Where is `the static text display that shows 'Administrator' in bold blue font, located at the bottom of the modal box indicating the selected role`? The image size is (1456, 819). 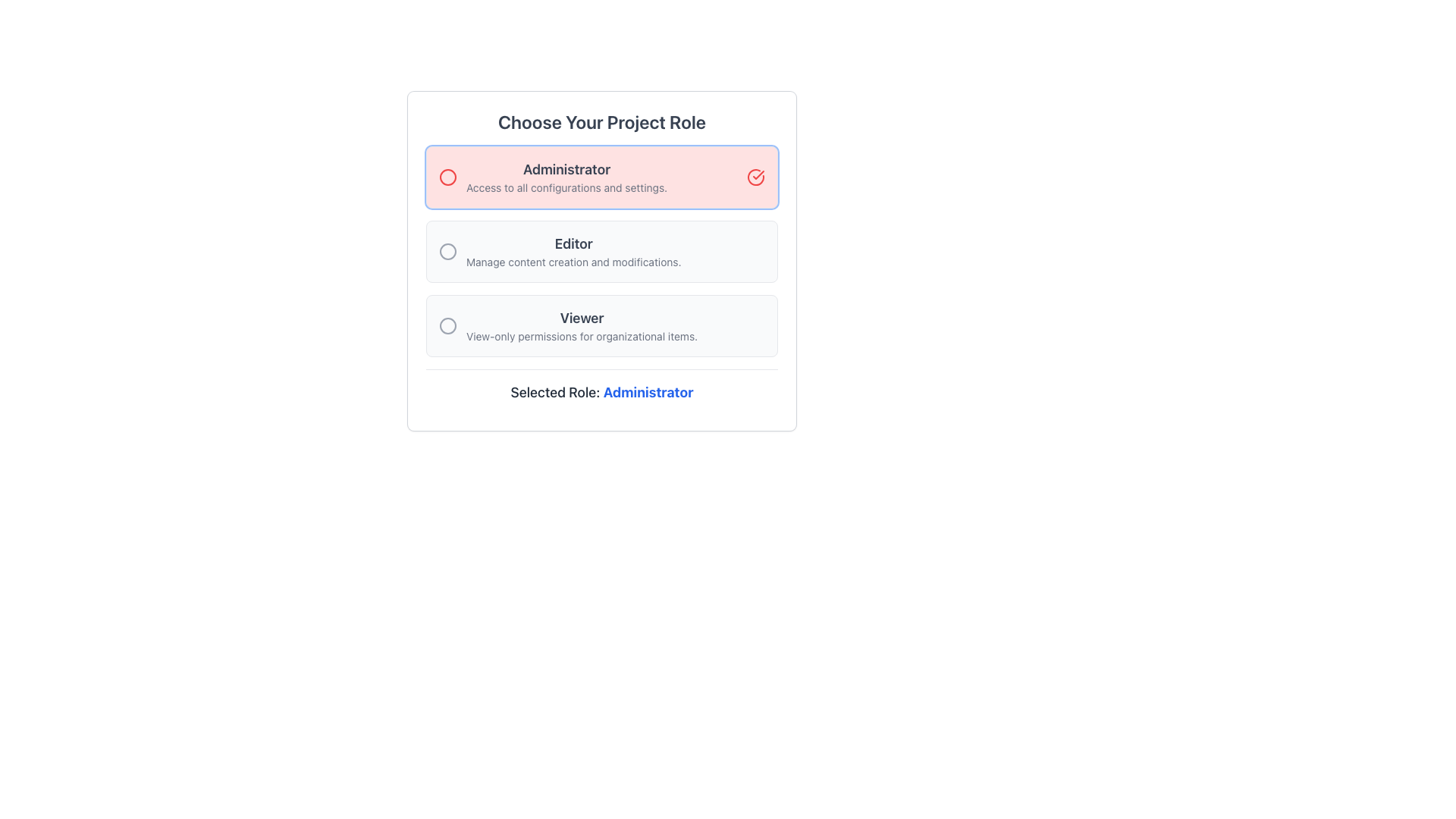
the static text display that shows 'Administrator' in bold blue font, located at the bottom of the modal box indicating the selected role is located at coordinates (648, 391).